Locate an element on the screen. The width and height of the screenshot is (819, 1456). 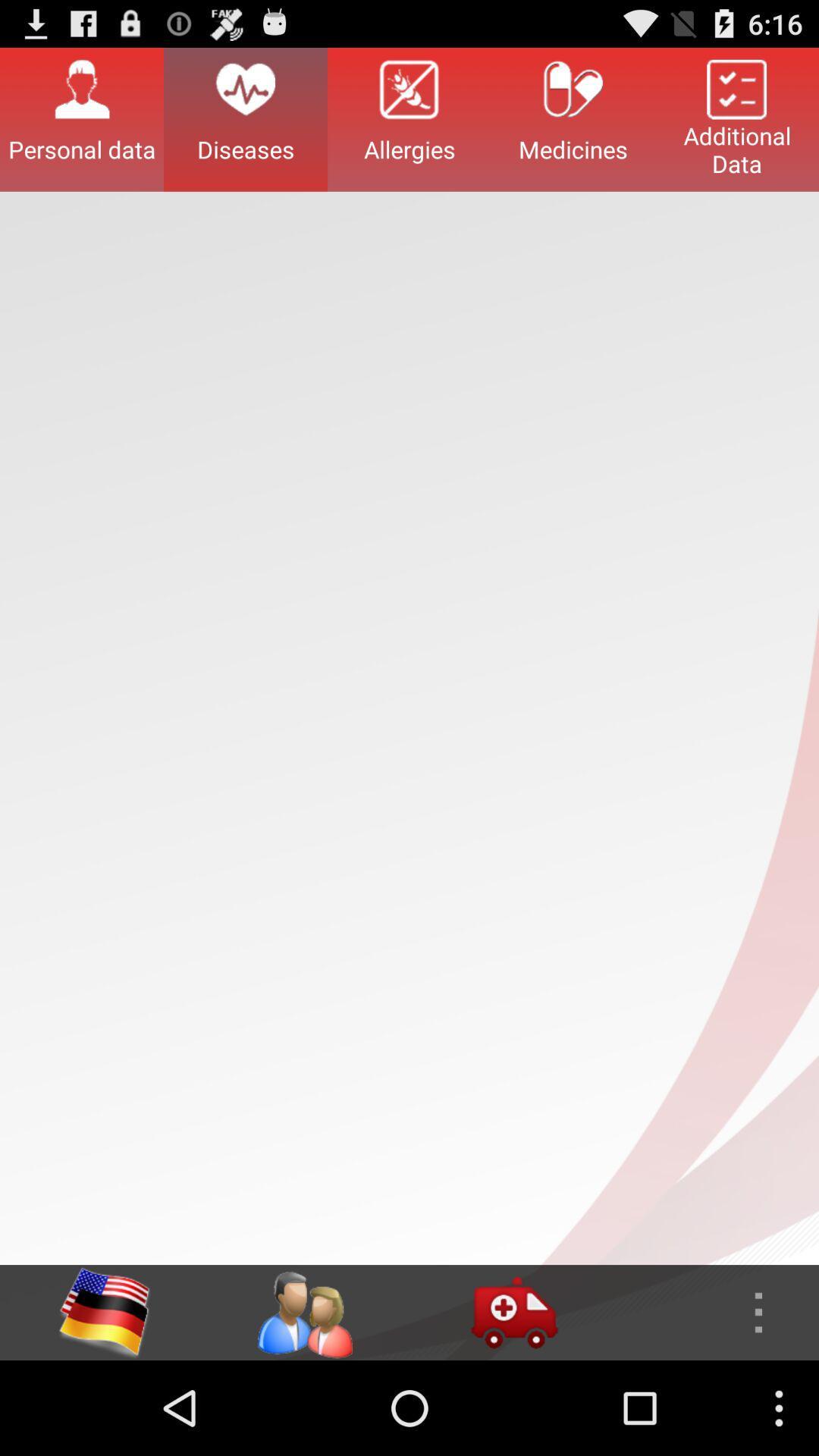
the button next to the personal data button is located at coordinates (245, 118).